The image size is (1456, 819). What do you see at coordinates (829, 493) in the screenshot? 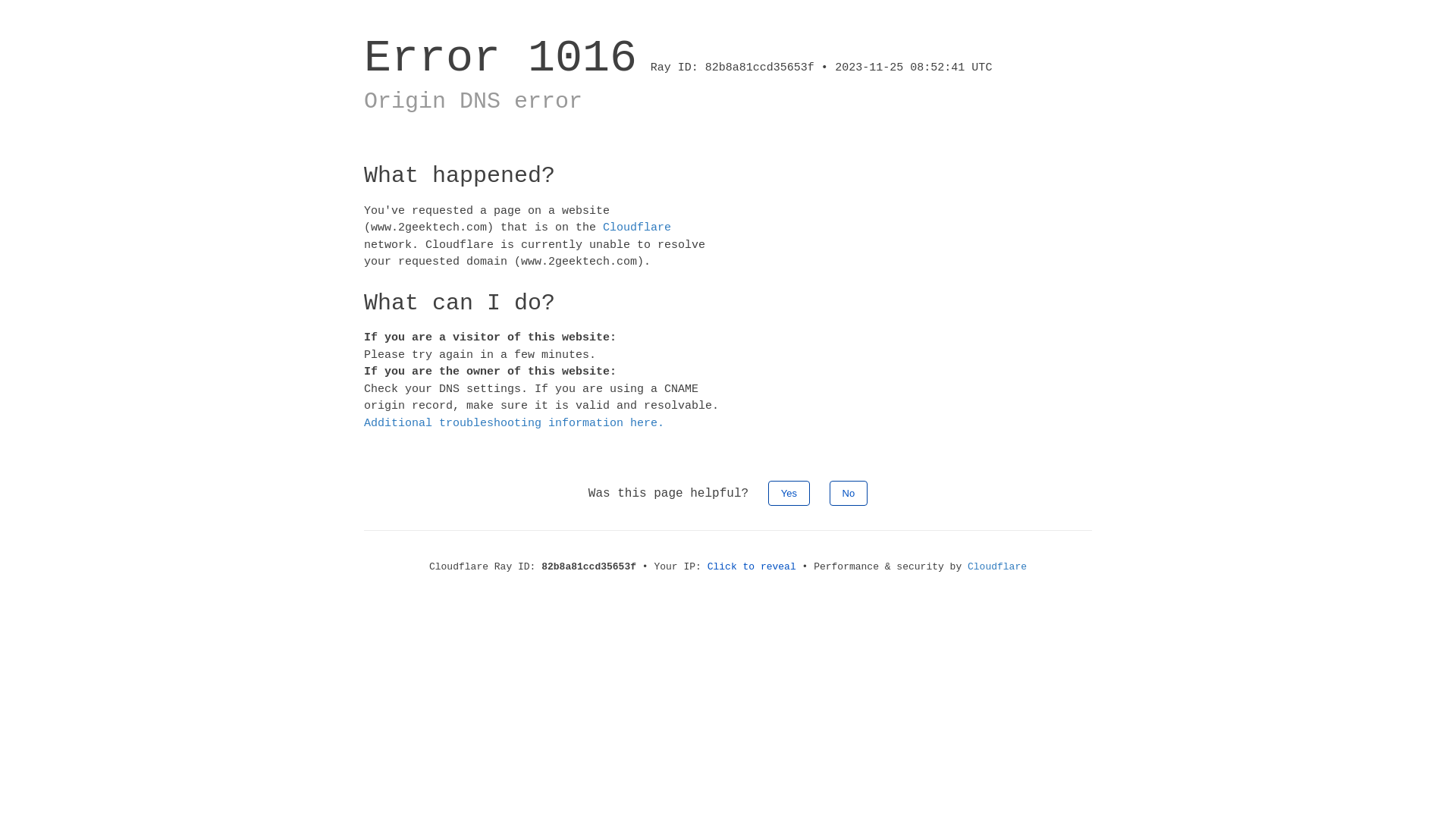
I see `'No'` at bounding box center [829, 493].